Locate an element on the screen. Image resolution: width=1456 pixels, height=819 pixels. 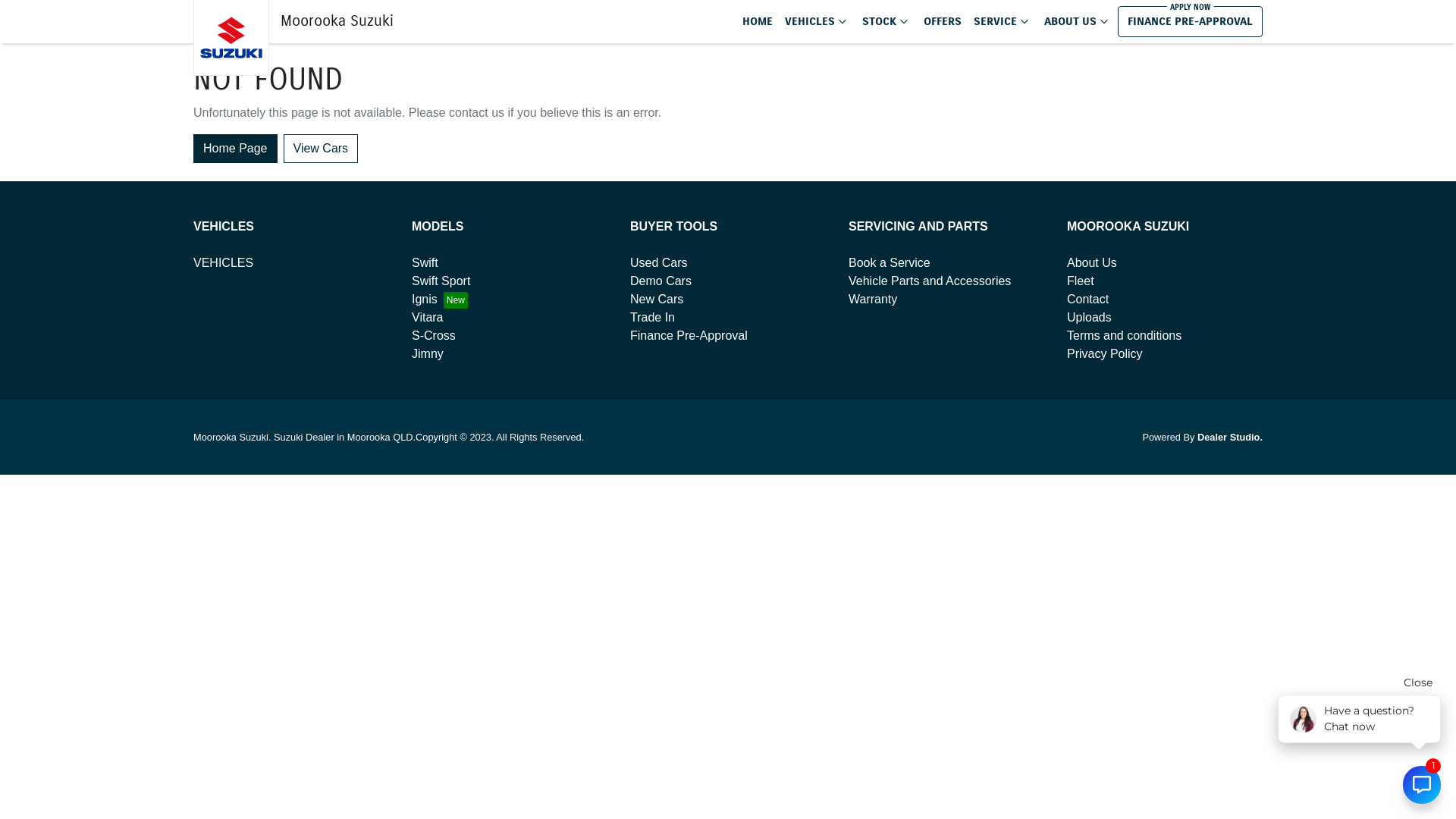
'FINANCE PRE-APPROVAL' is located at coordinates (1189, 21).